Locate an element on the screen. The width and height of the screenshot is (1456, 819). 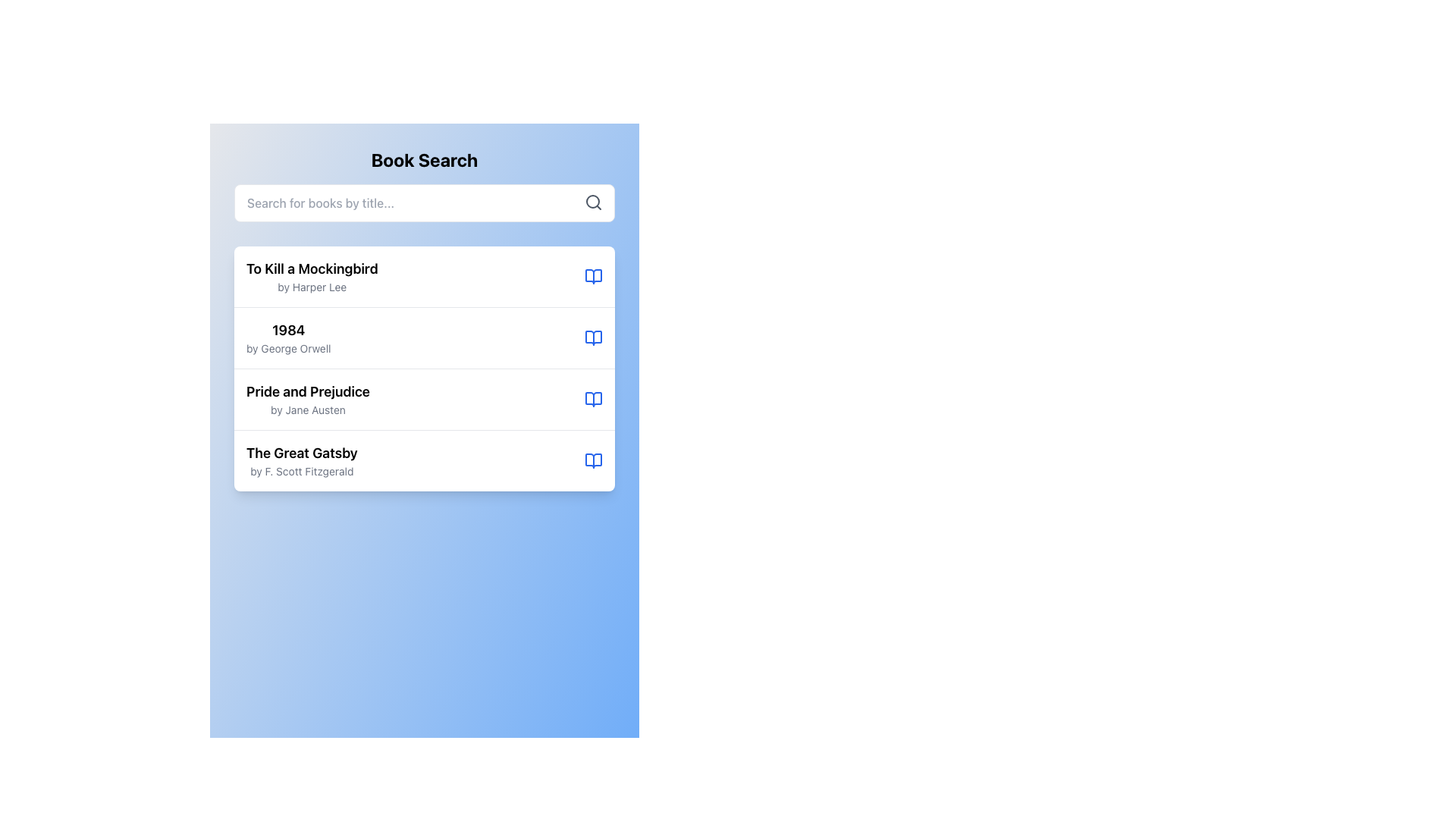
the text label 'by Harper Lee' which is styled in a smaller font size and subtle gray color, located below the title 'To Kill a Mockingbird' is located at coordinates (311, 287).